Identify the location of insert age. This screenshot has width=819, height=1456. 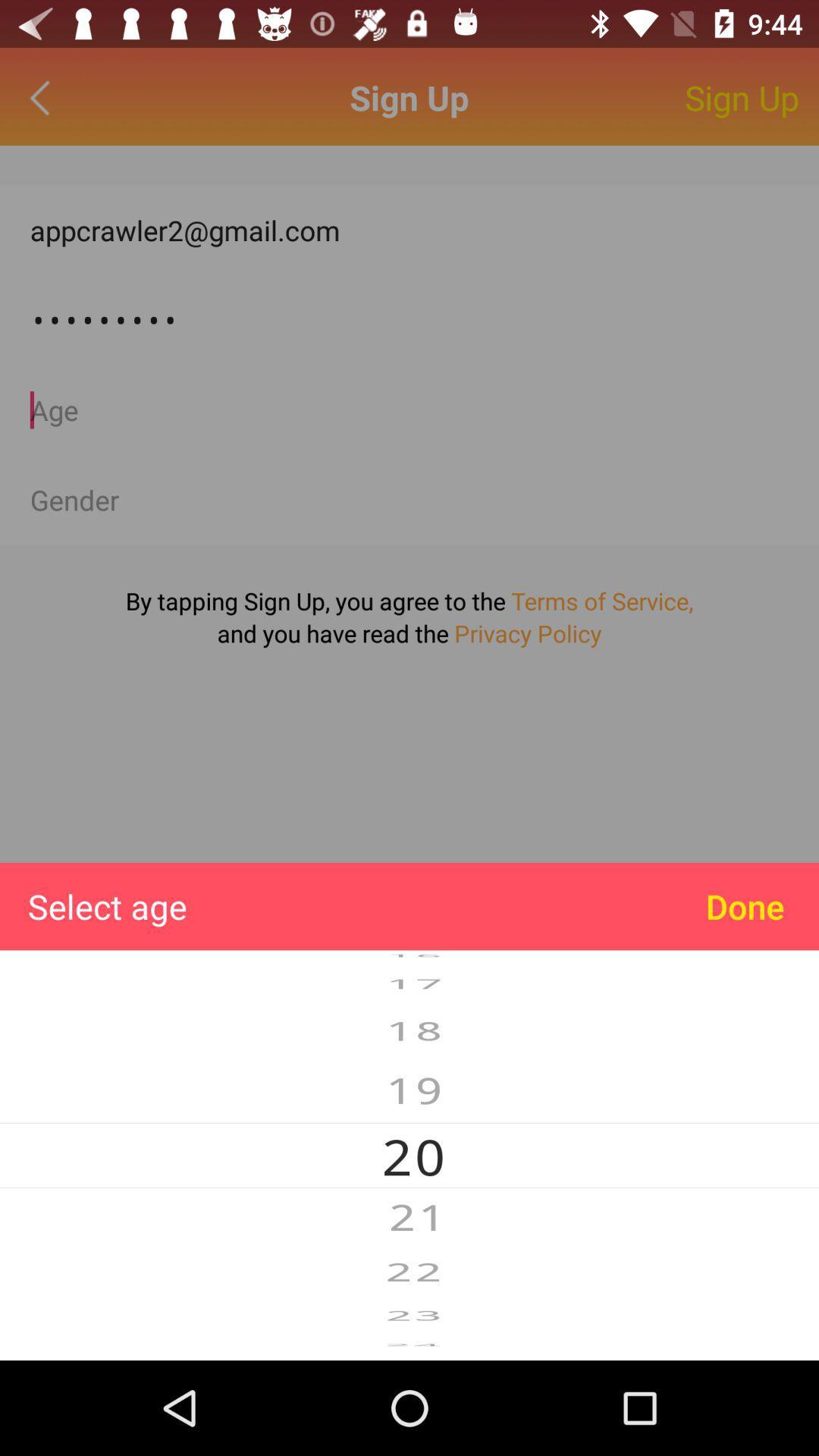
(409, 409).